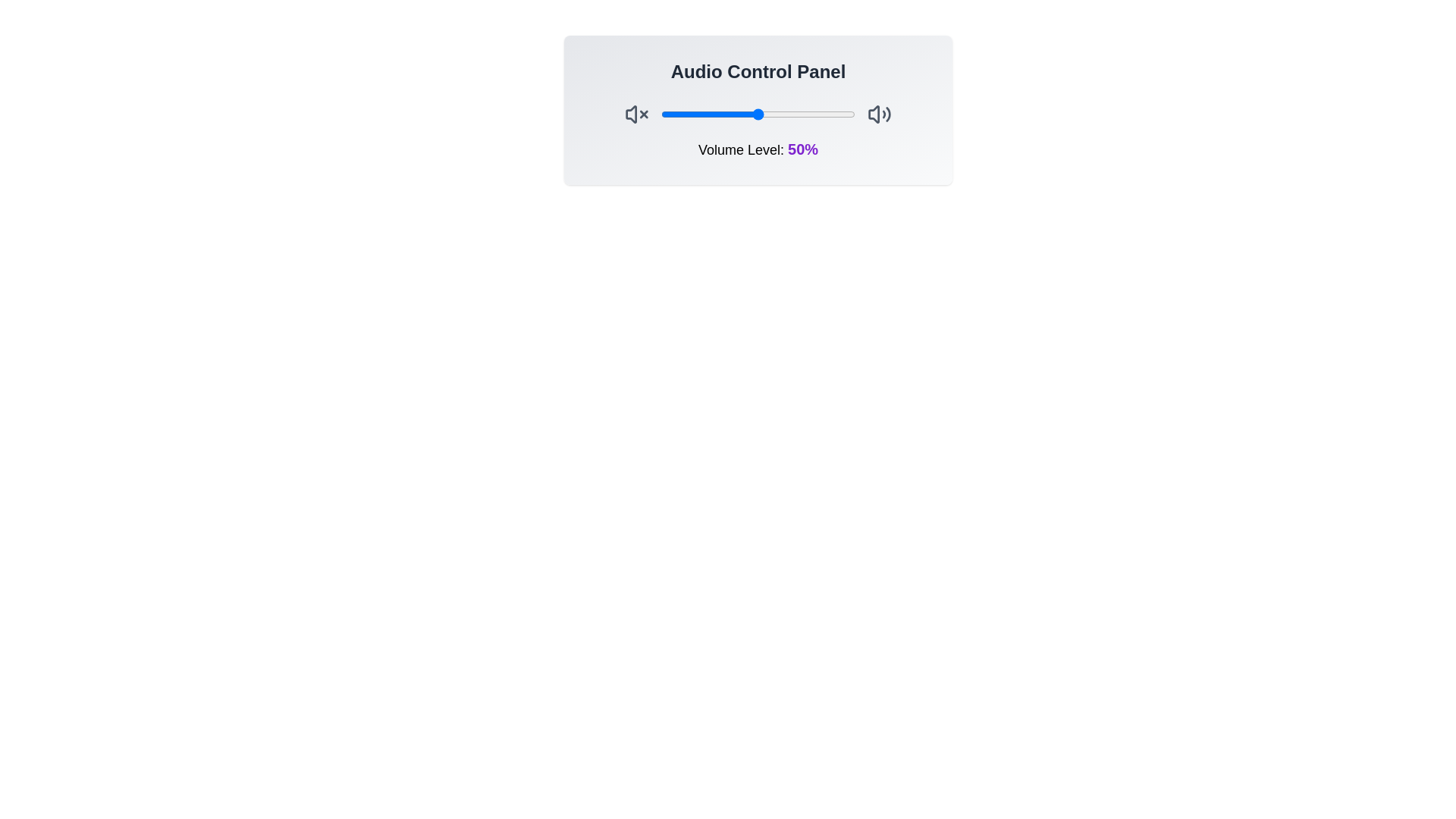  Describe the element at coordinates (802, 149) in the screenshot. I see `the text label displaying '50%' in large, bold, purple font, which is part of the 'Volume Level: 50%' text block` at that location.